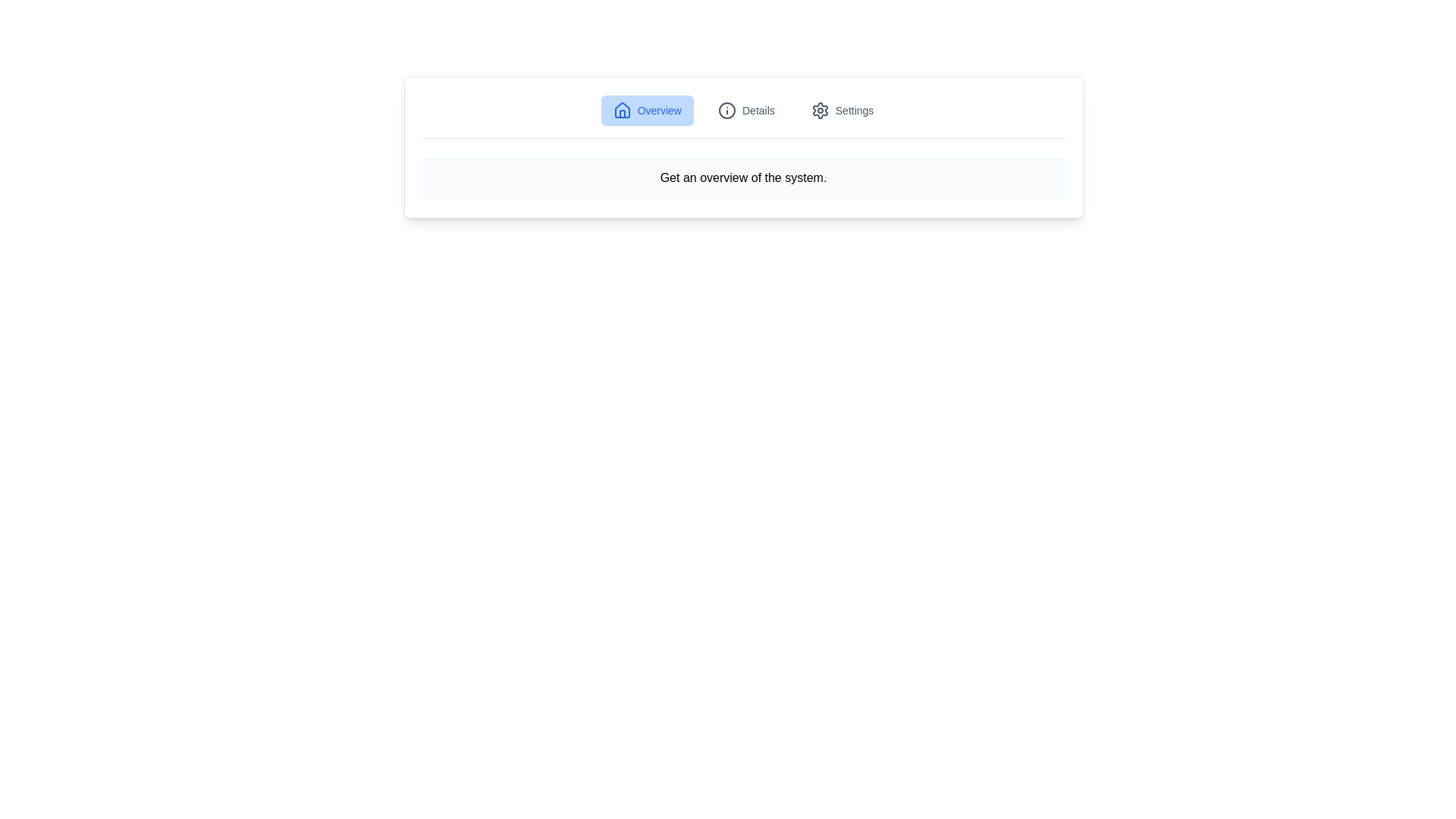  Describe the element at coordinates (743, 177) in the screenshot. I see `informational text displayed in the text box located below the buttons labeled 'Overview,' 'Details,' and 'Settings.'` at that location.